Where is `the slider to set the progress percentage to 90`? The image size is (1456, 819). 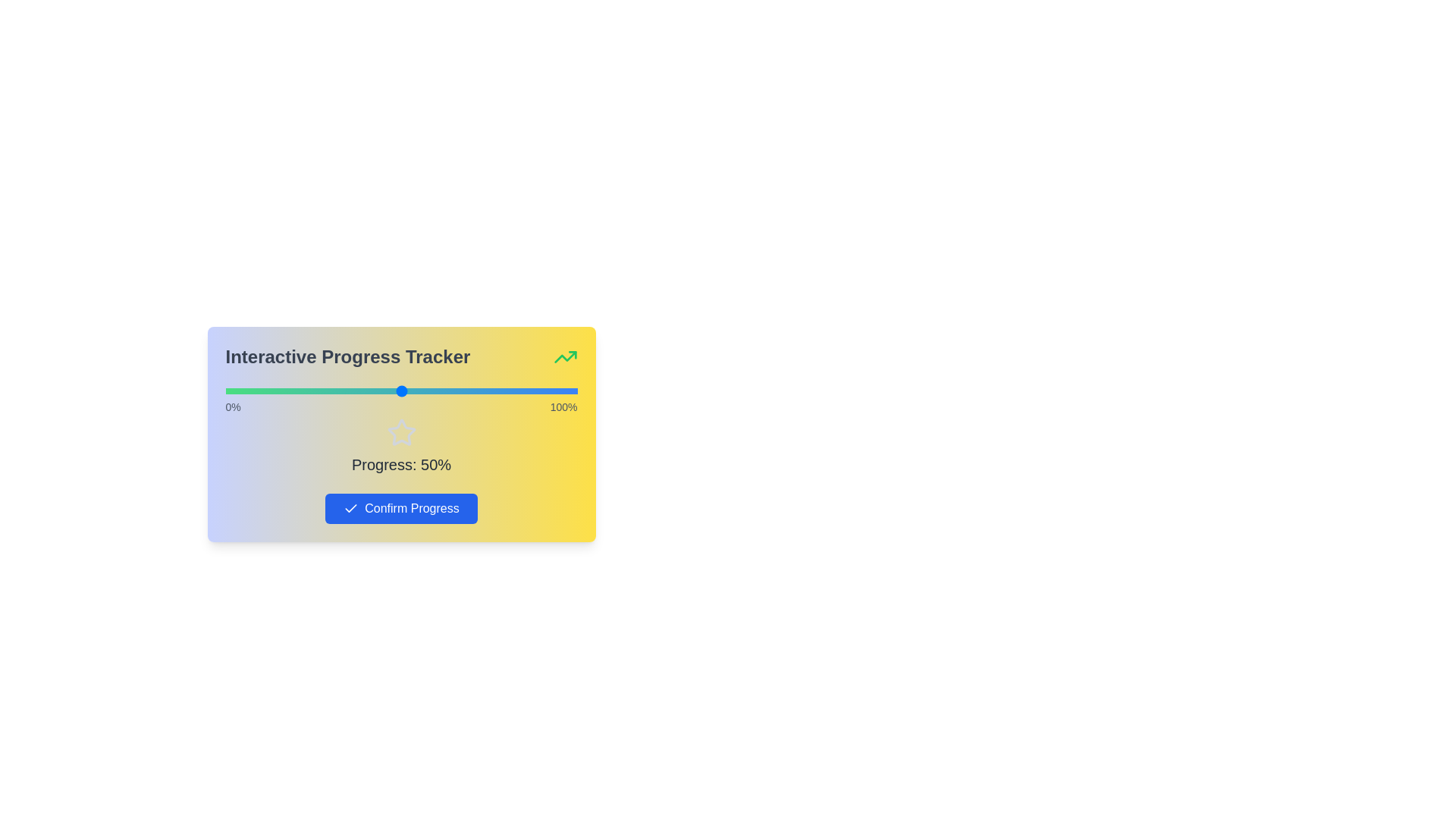 the slider to set the progress percentage to 90 is located at coordinates (542, 391).